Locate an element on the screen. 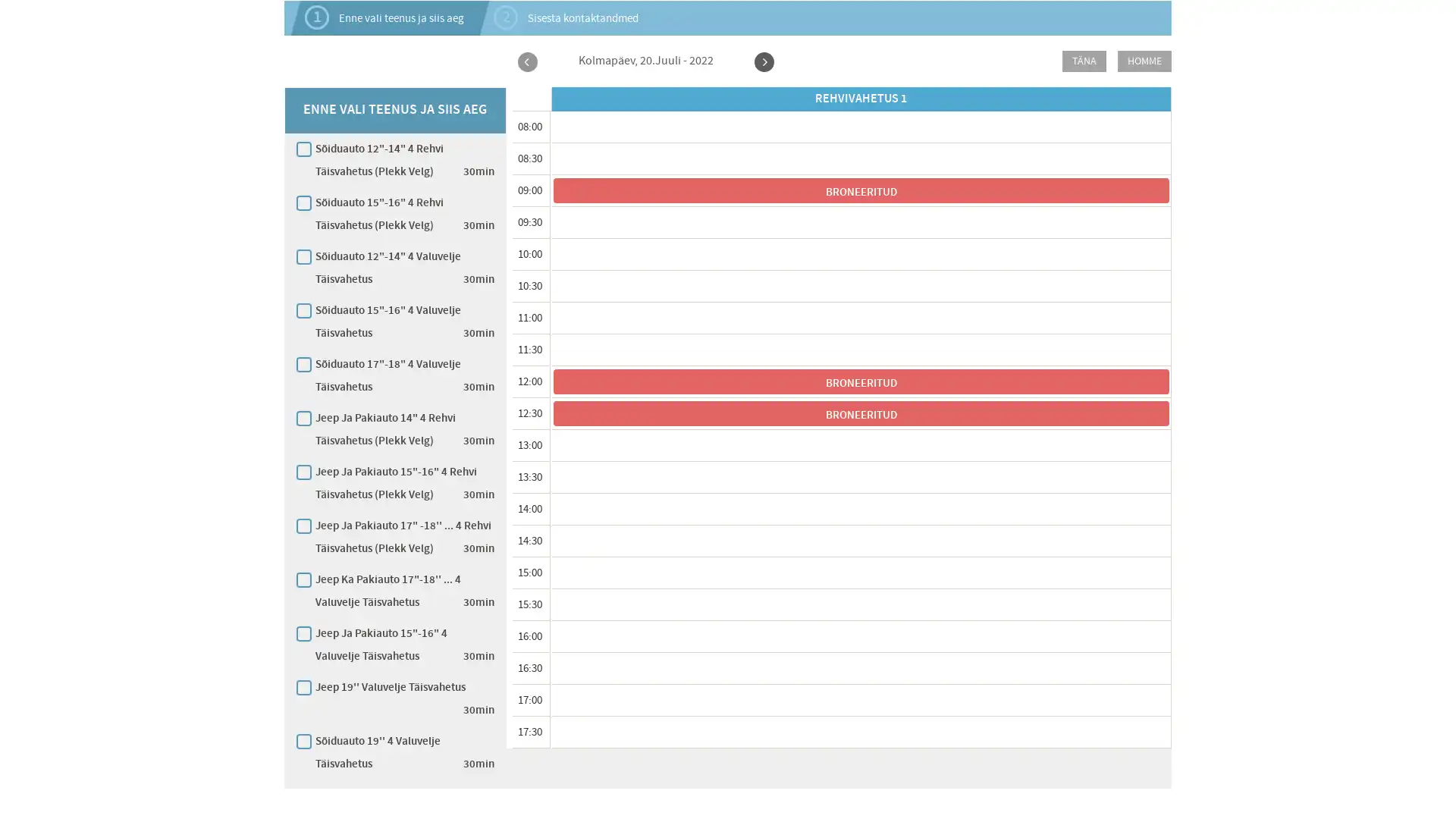 This screenshot has width=1456, height=819. HOMME is located at coordinates (1144, 61).